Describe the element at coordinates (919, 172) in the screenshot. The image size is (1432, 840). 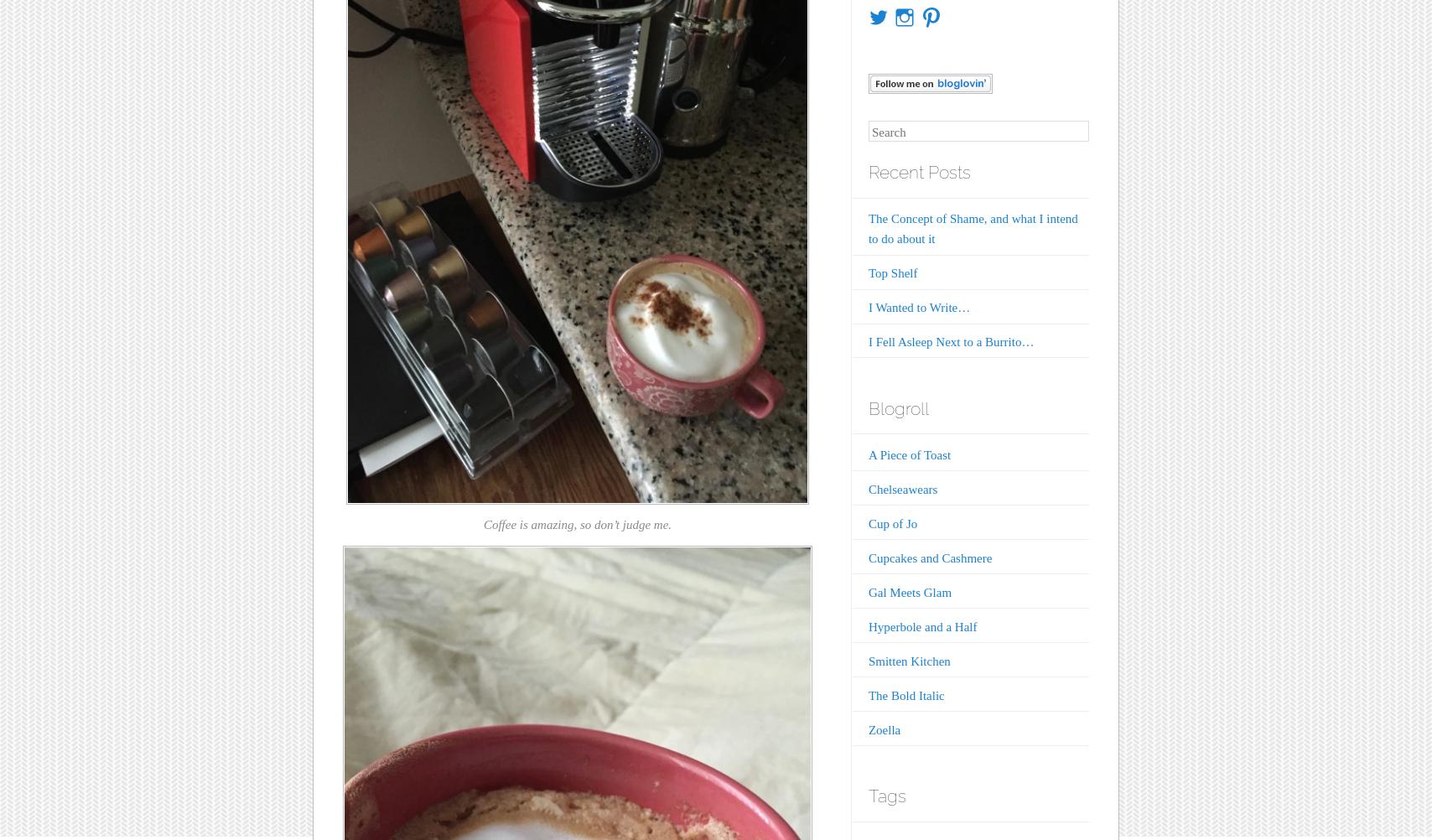
I see `'Recent Posts'` at that location.